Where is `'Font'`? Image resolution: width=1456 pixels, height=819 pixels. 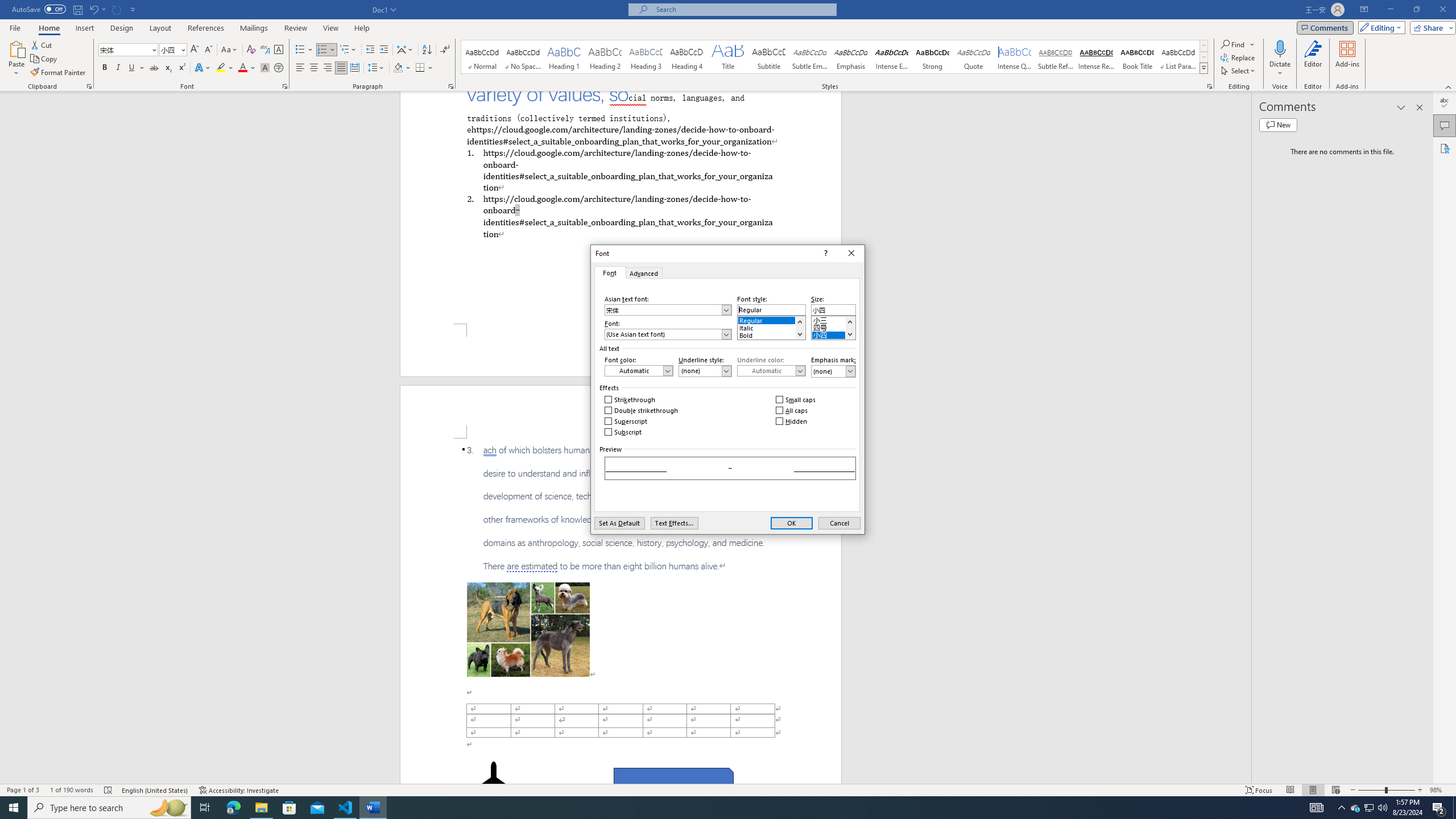 'Font' is located at coordinates (609, 272).